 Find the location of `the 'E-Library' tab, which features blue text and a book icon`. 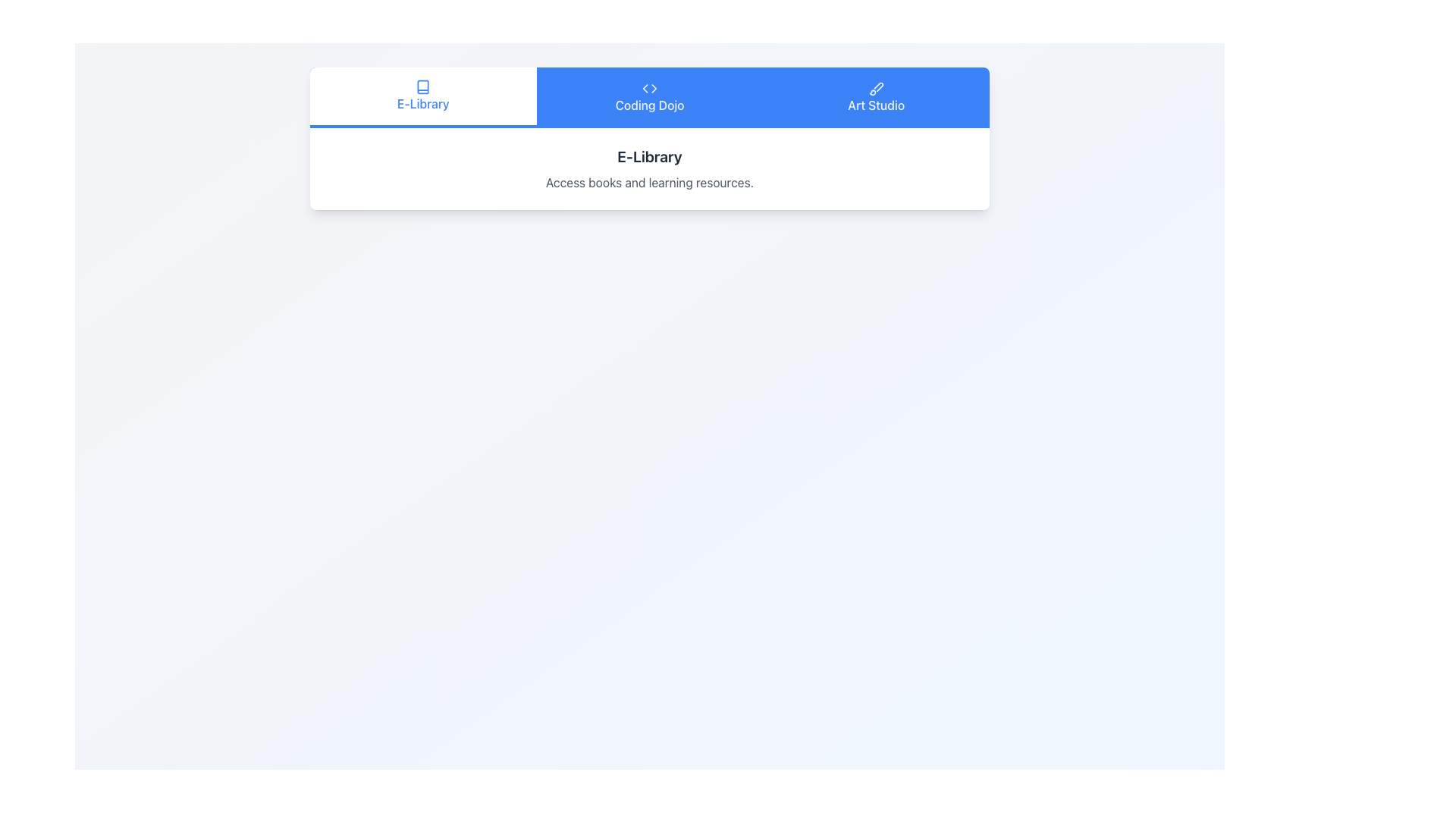

the 'E-Library' tab, which features blue text and a book icon is located at coordinates (422, 96).